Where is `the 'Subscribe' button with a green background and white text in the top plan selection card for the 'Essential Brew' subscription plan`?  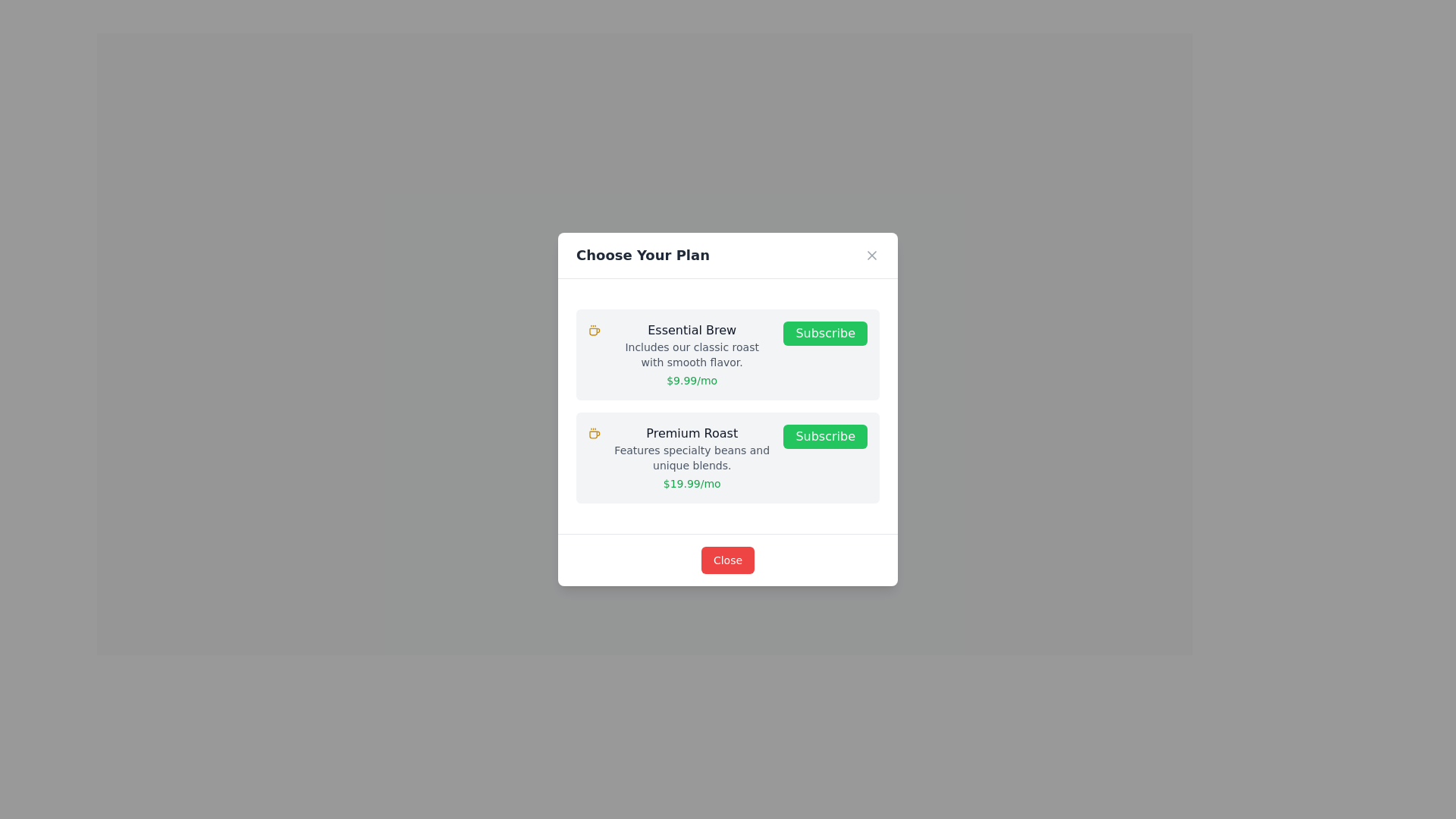 the 'Subscribe' button with a green background and white text in the top plan selection card for the 'Essential Brew' subscription plan is located at coordinates (824, 332).